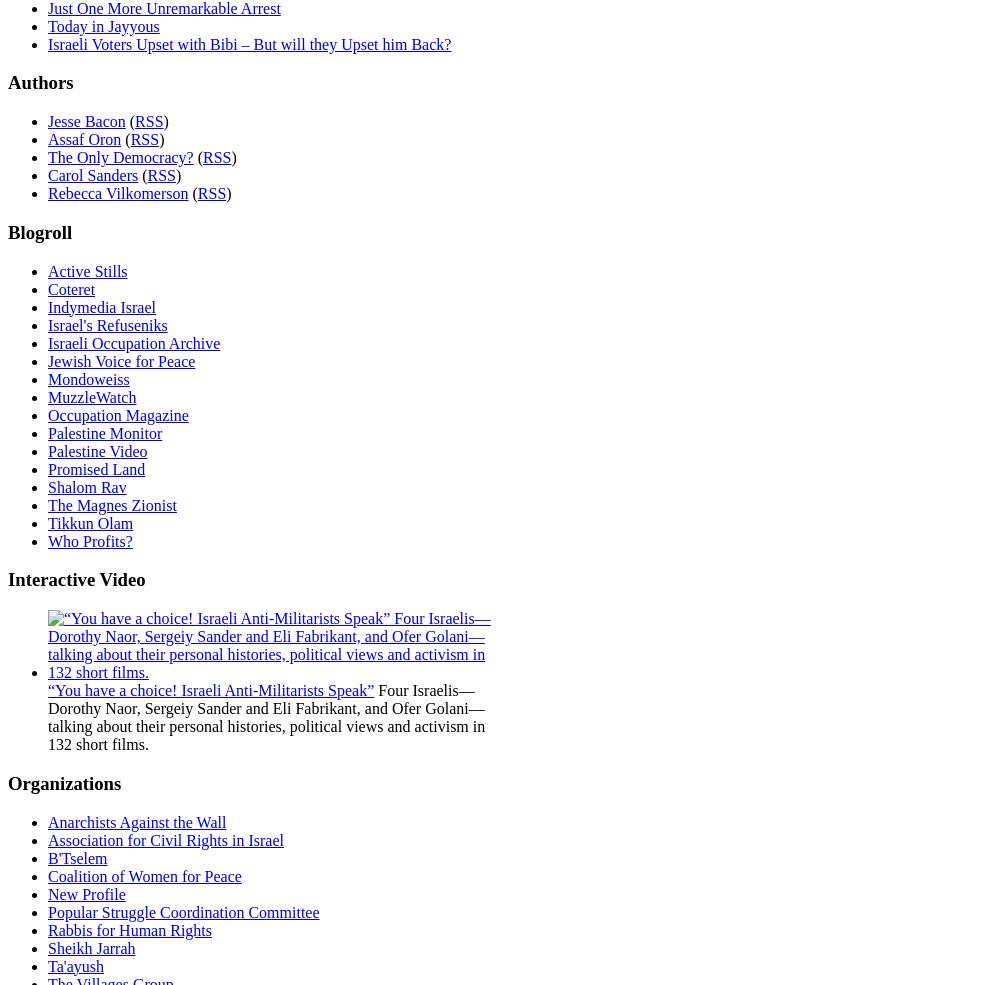 The width and height of the screenshot is (982, 985). Describe the element at coordinates (76, 856) in the screenshot. I see `'B'Tselem'` at that location.